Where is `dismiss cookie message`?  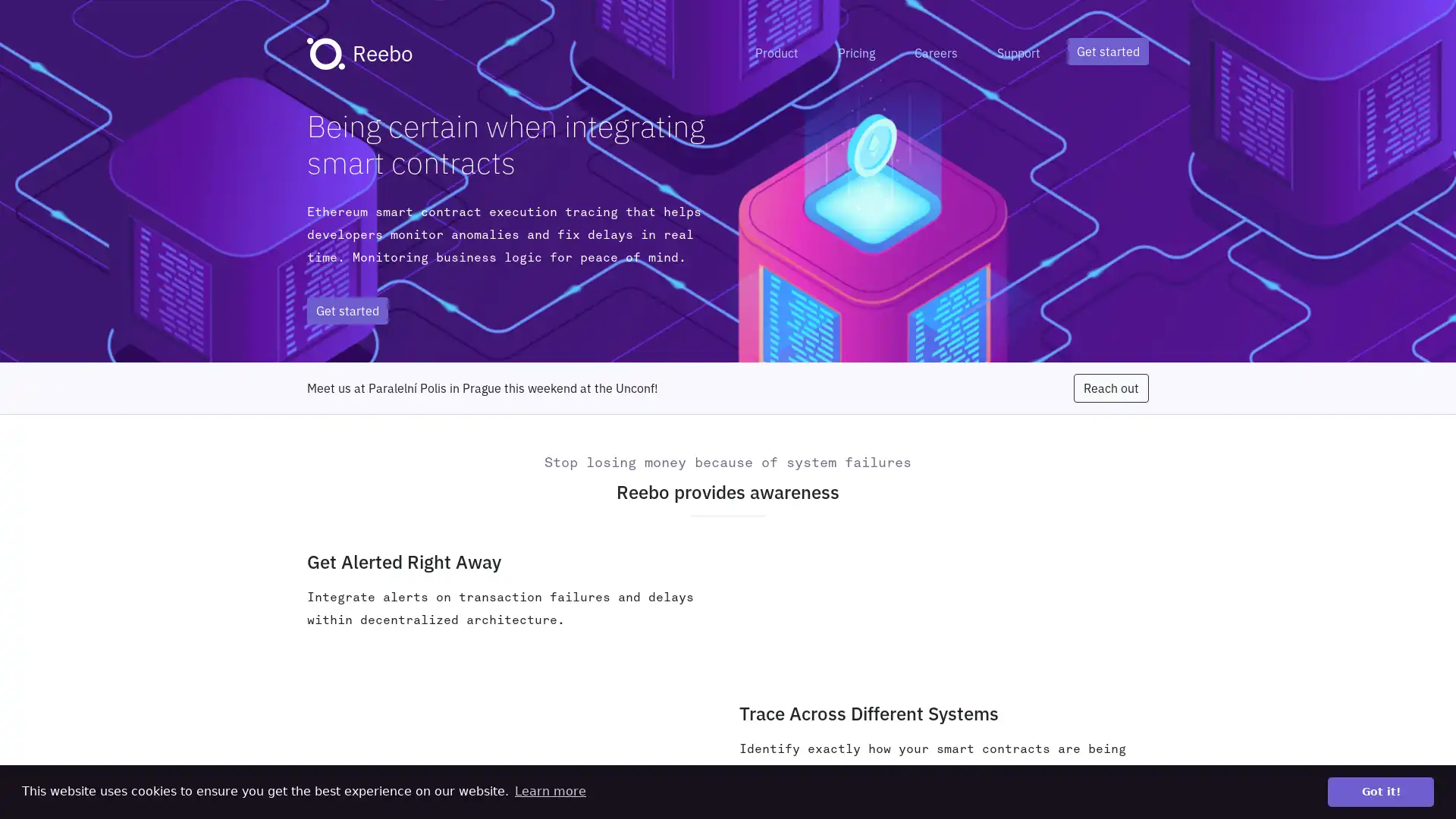
dismiss cookie message is located at coordinates (1380, 791).